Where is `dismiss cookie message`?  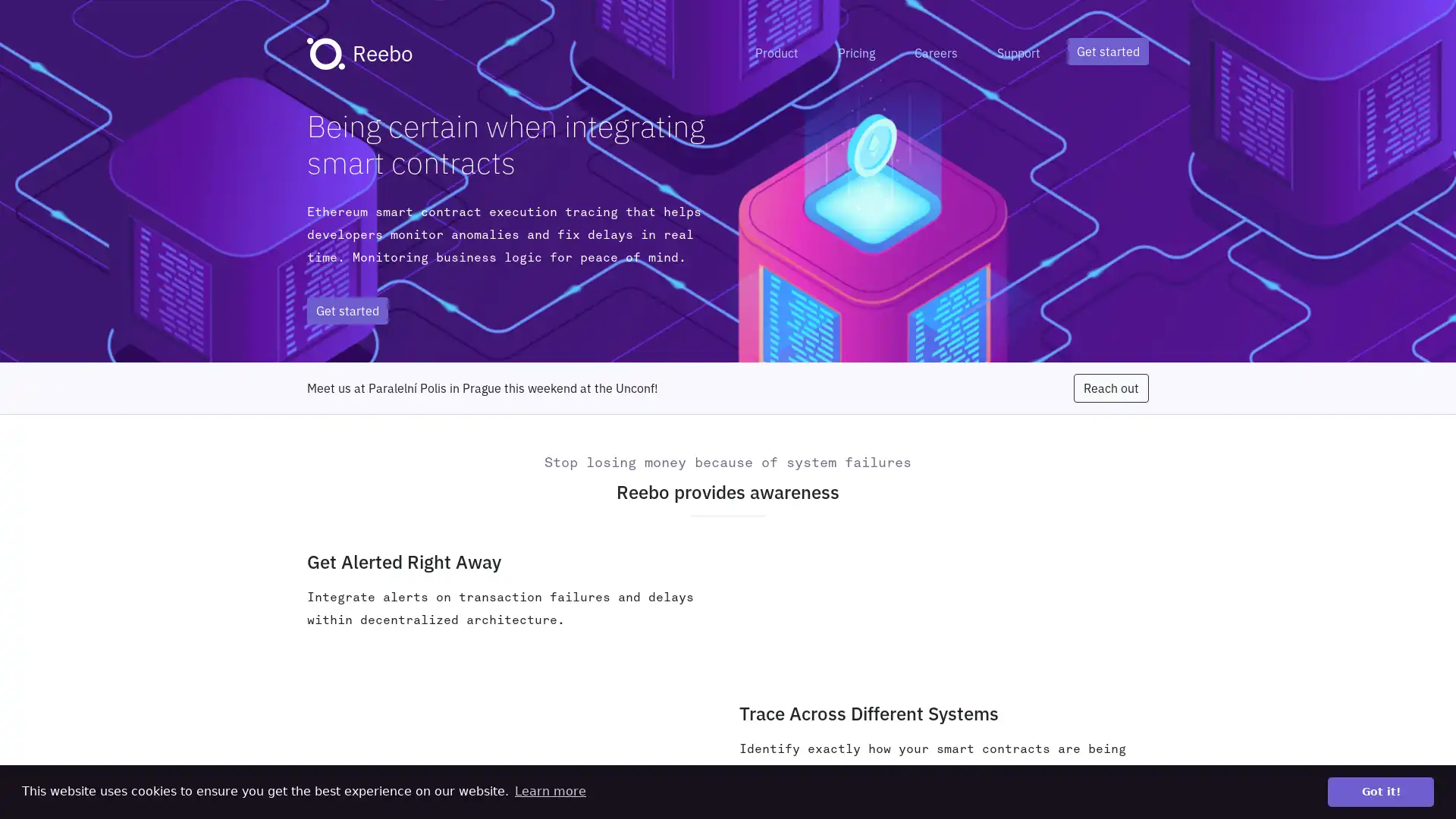
dismiss cookie message is located at coordinates (1380, 791).